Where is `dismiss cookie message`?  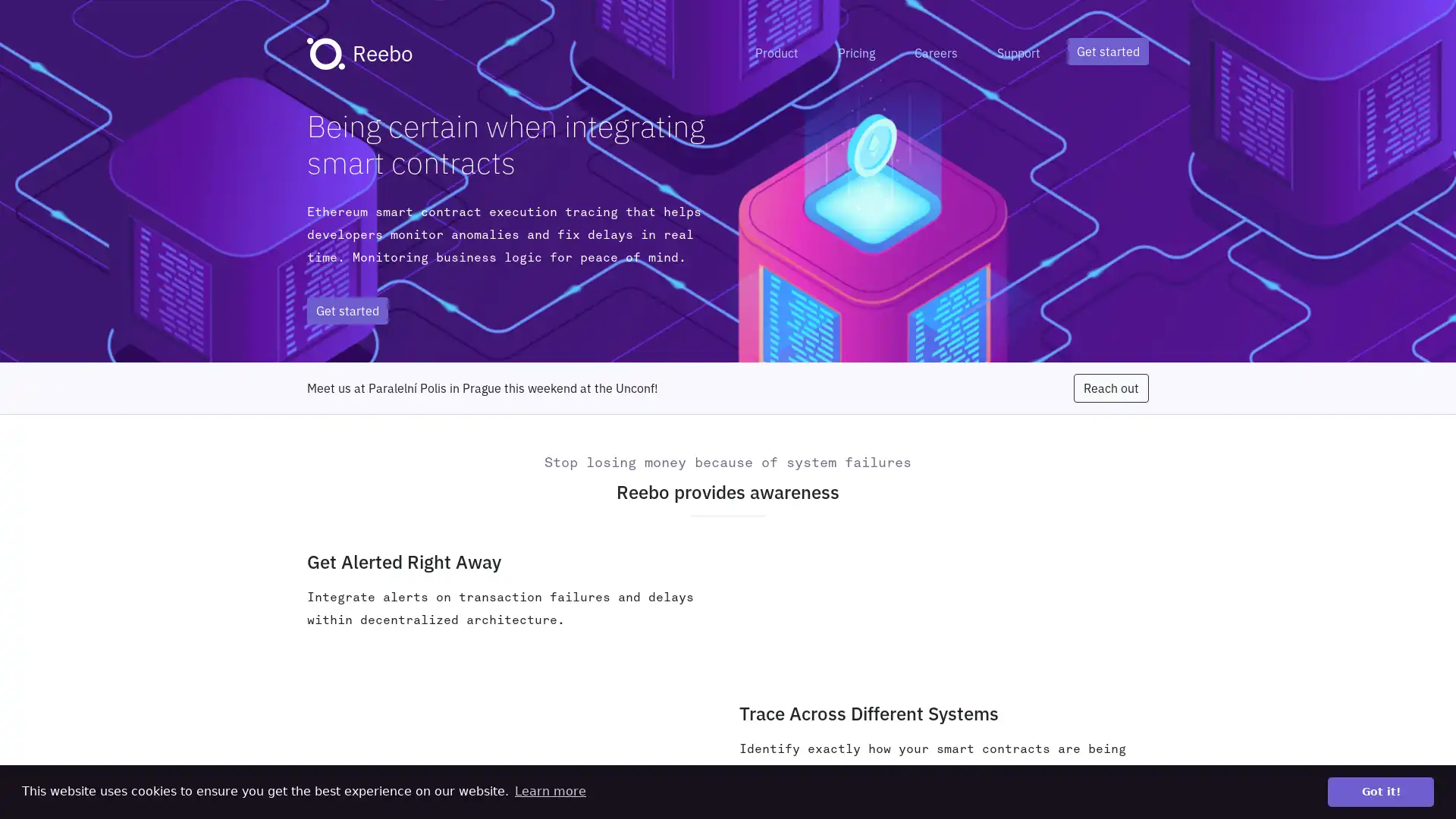
dismiss cookie message is located at coordinates (1380, 791).